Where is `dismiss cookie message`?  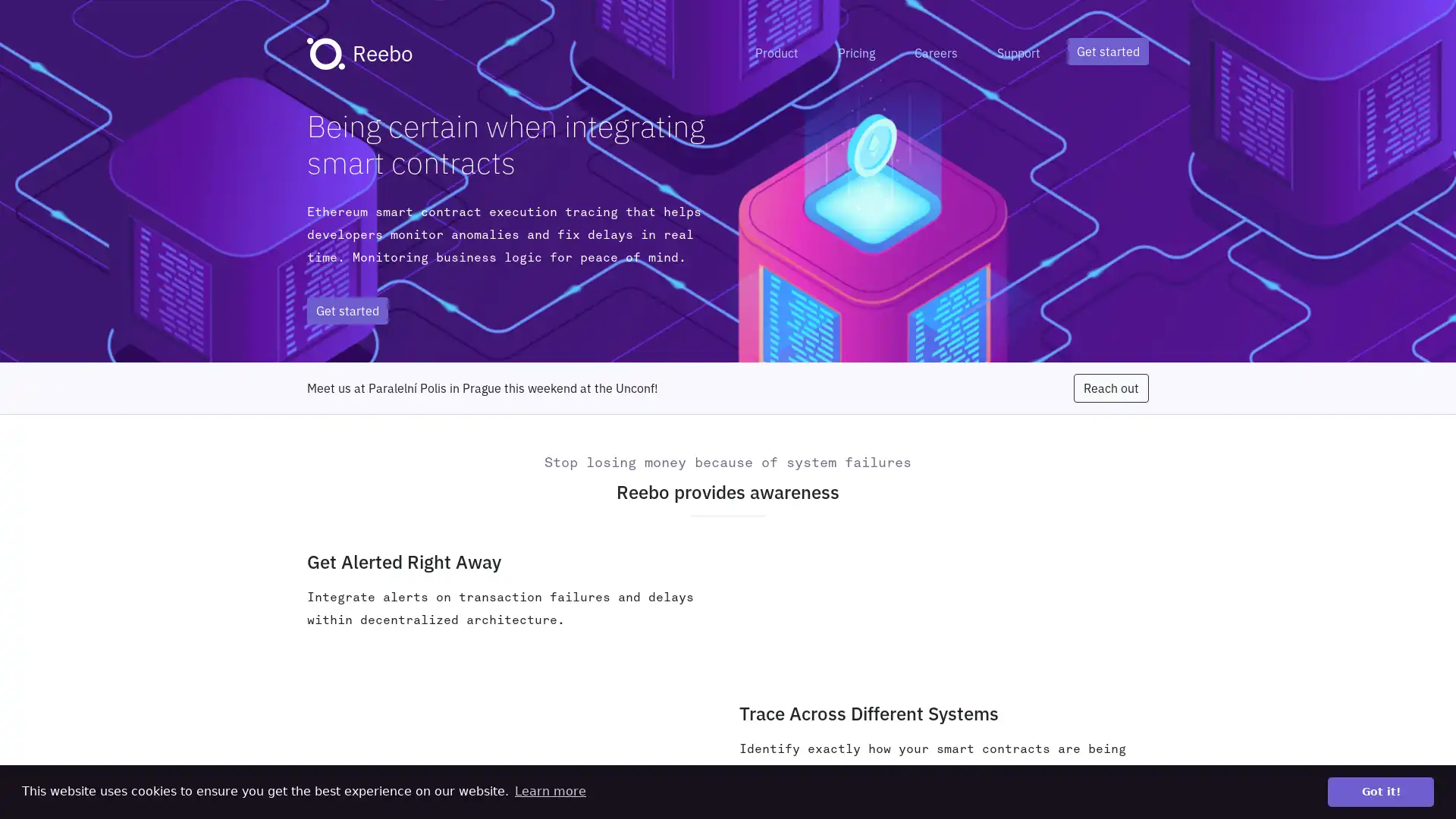
dismiss cookie message is located at coordinates (1380, 791).